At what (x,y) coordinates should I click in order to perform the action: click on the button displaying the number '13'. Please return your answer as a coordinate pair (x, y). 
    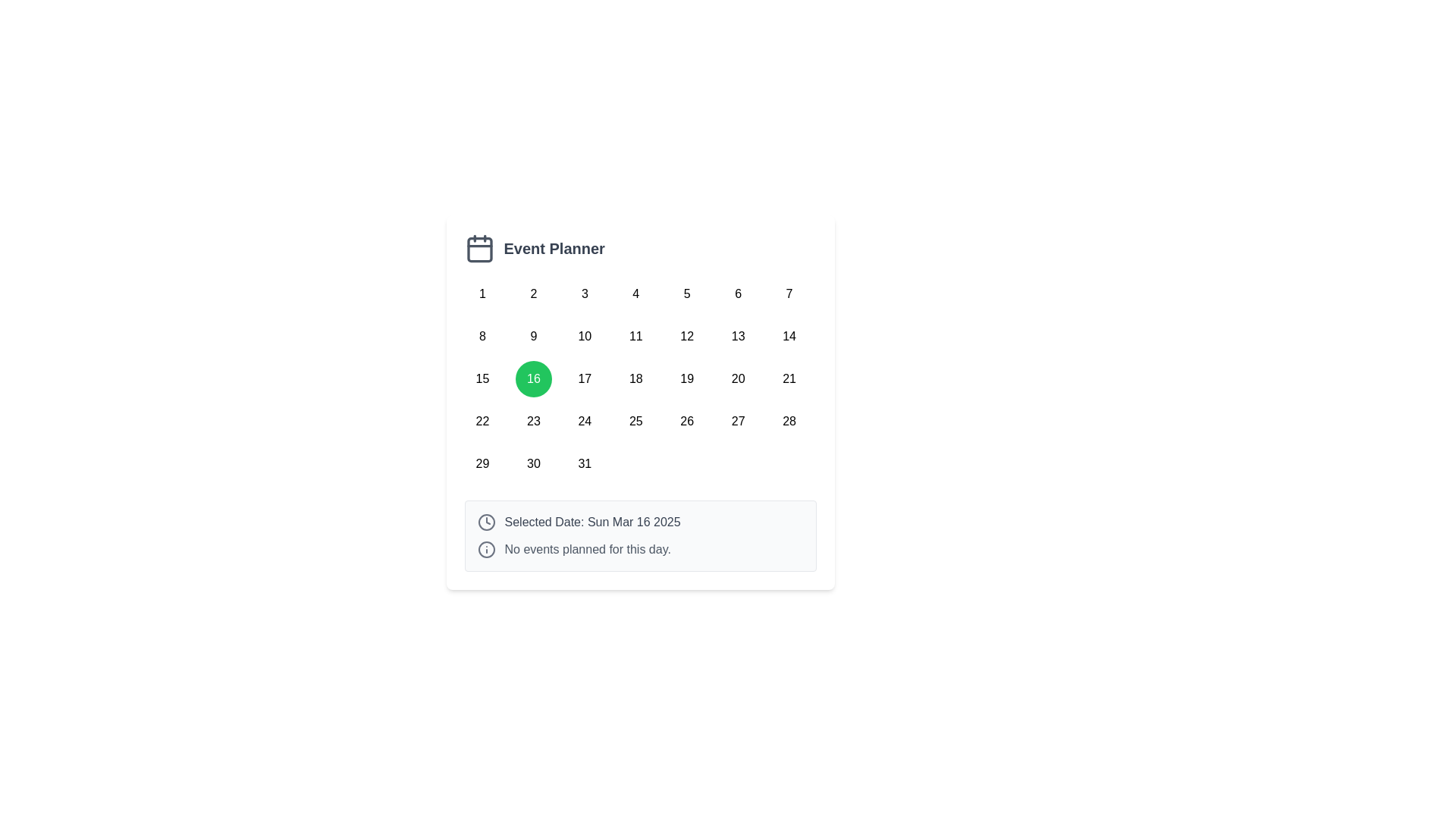
    Looking at the image, I should click on (738, 335).